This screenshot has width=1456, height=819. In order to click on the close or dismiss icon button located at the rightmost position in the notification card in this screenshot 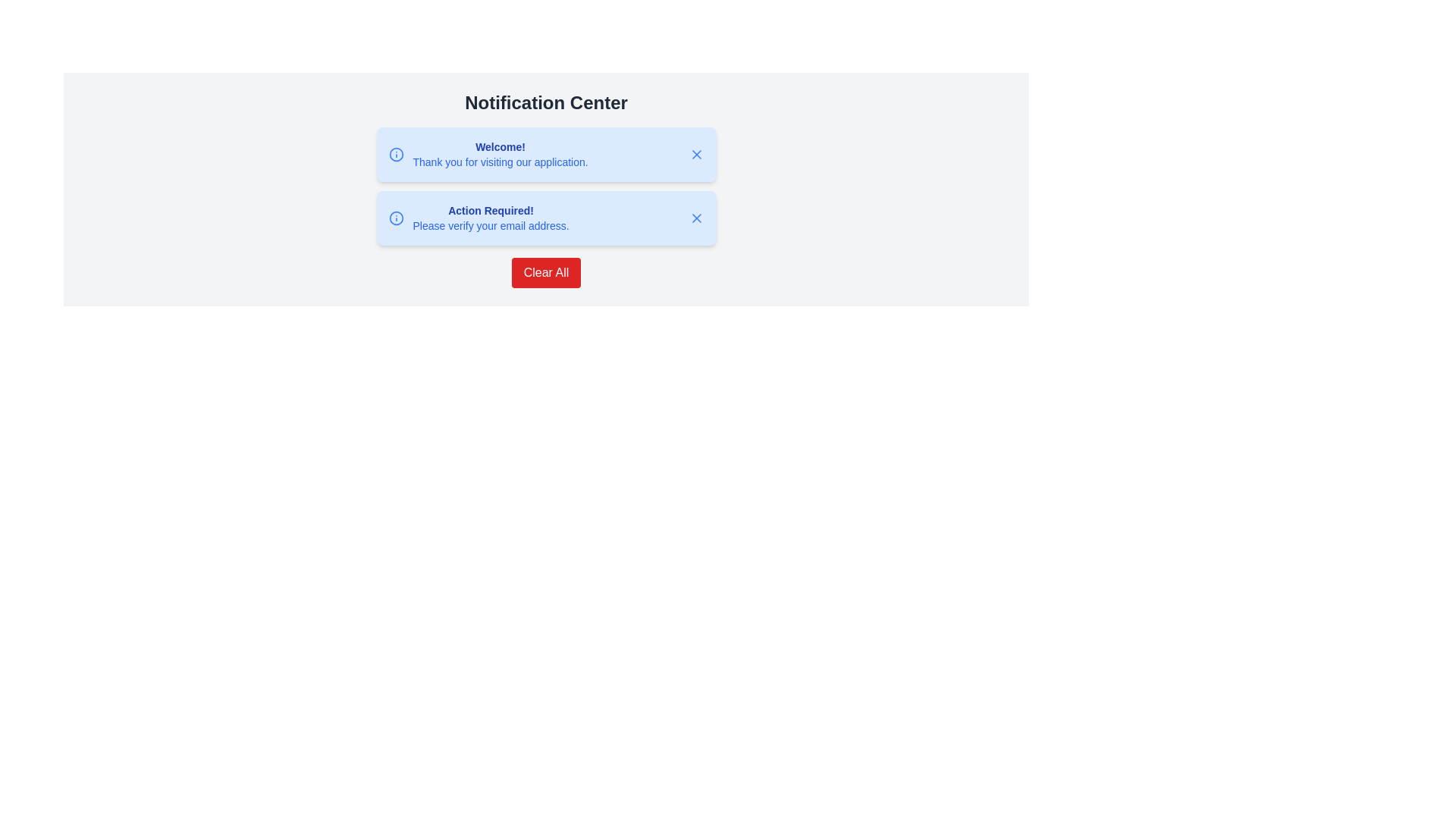, I will do `click(695, 155)`.